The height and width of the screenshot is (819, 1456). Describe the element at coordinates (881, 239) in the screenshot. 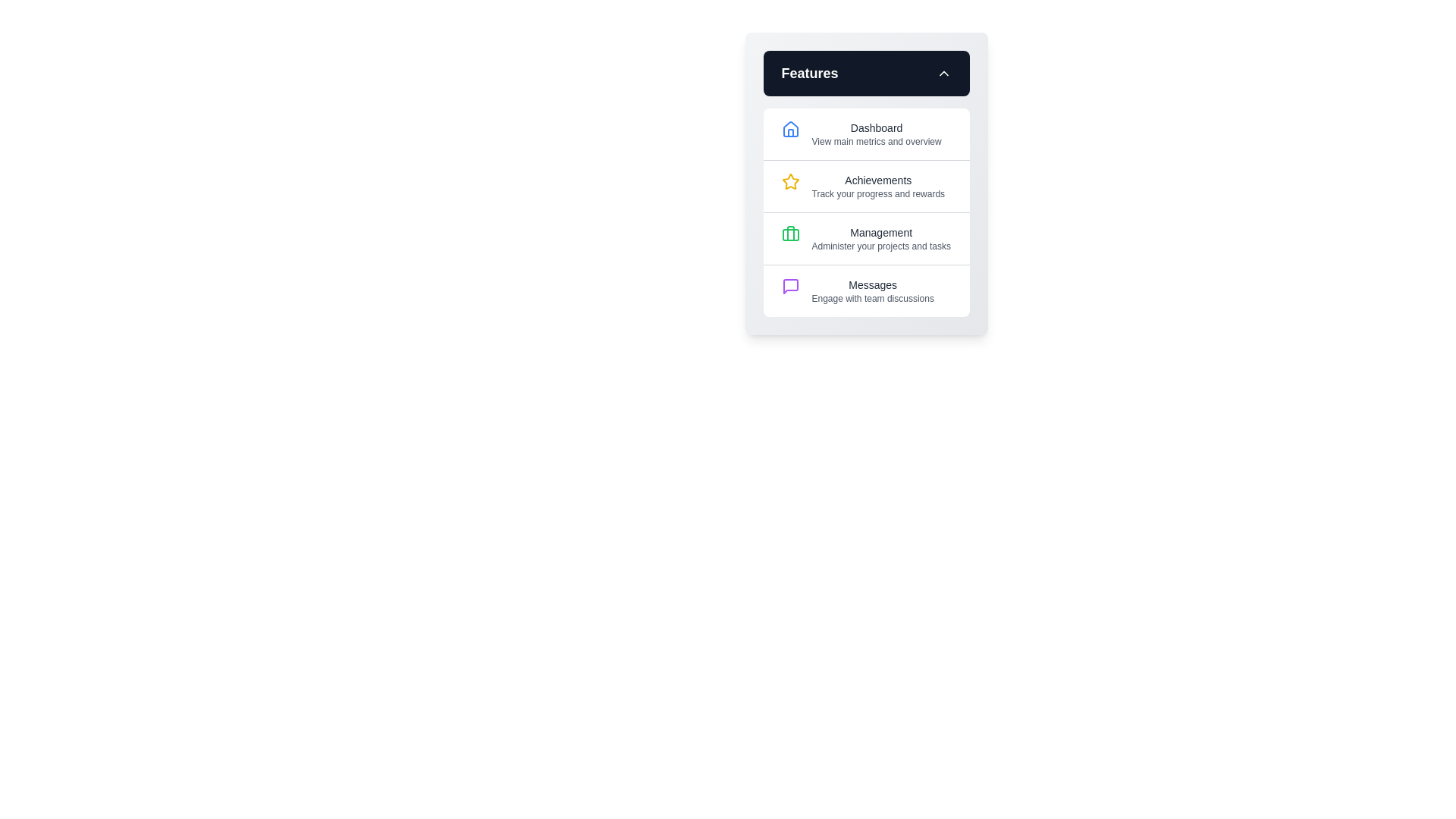

I see `the text label displaying 'Management' which includes a description 'Administer your projects and tasks'` at that location.